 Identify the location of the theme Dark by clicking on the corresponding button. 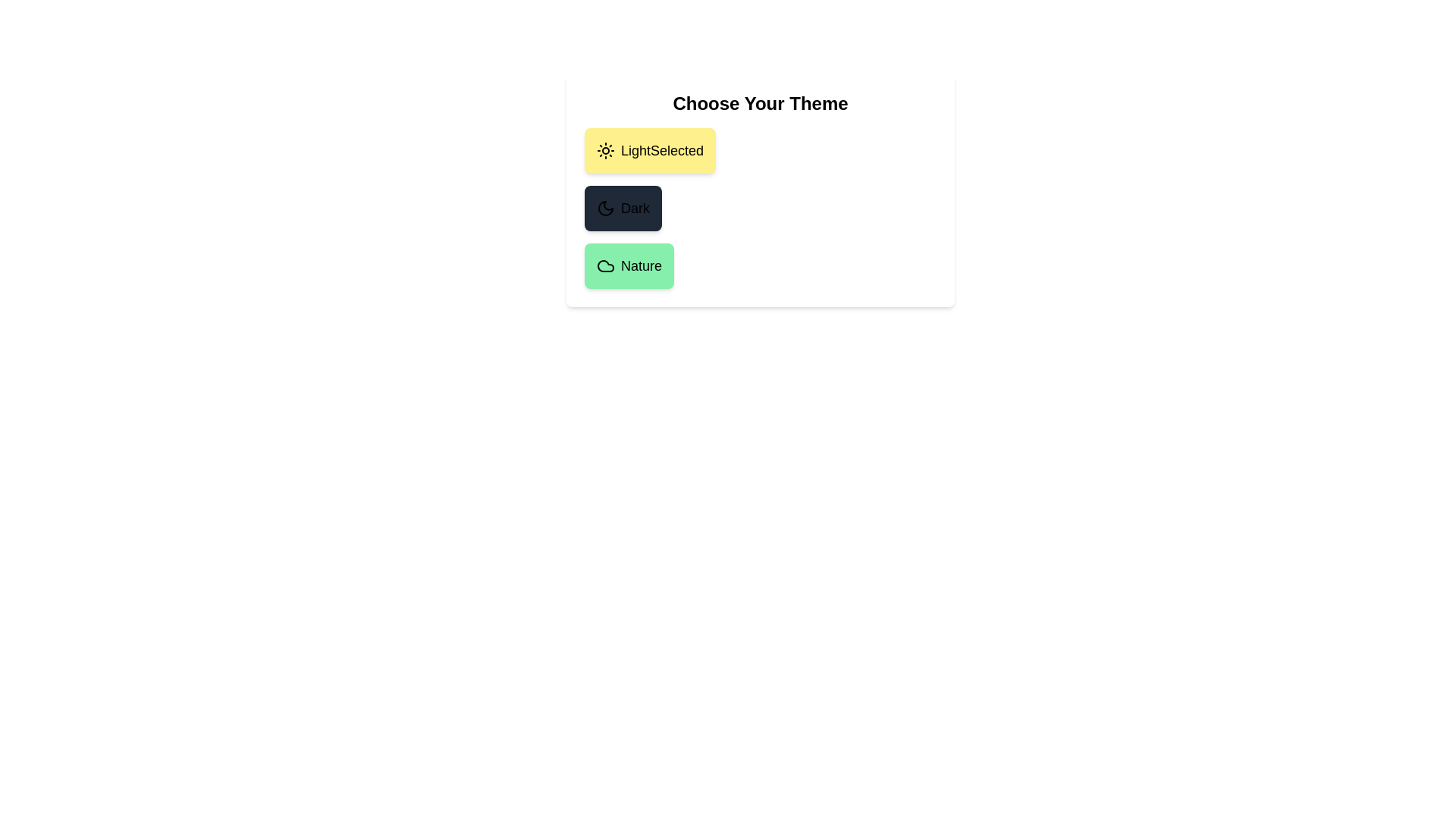
(623, 208).